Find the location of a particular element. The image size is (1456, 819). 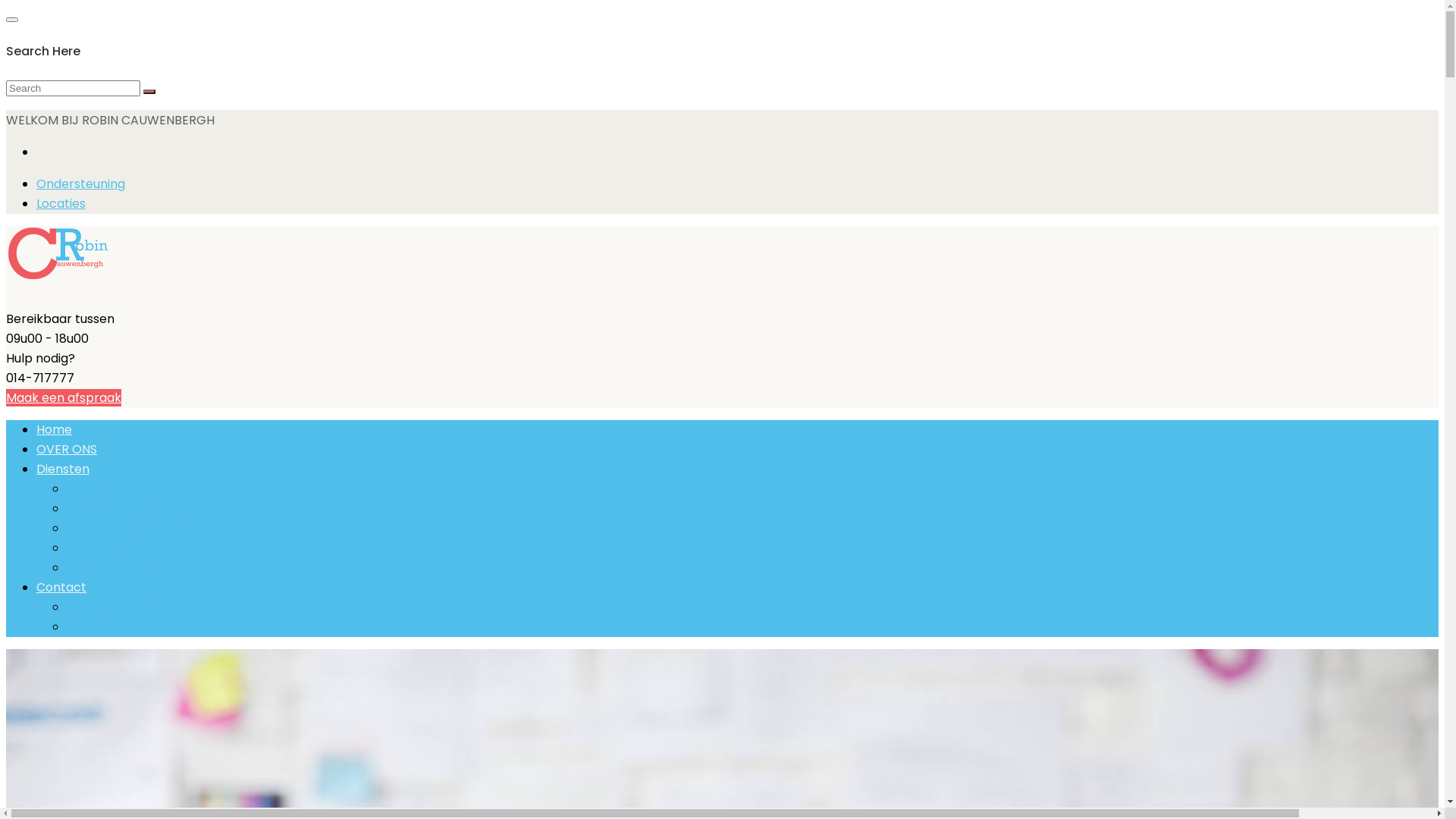

'Home' is located at coordinates (36, 429).